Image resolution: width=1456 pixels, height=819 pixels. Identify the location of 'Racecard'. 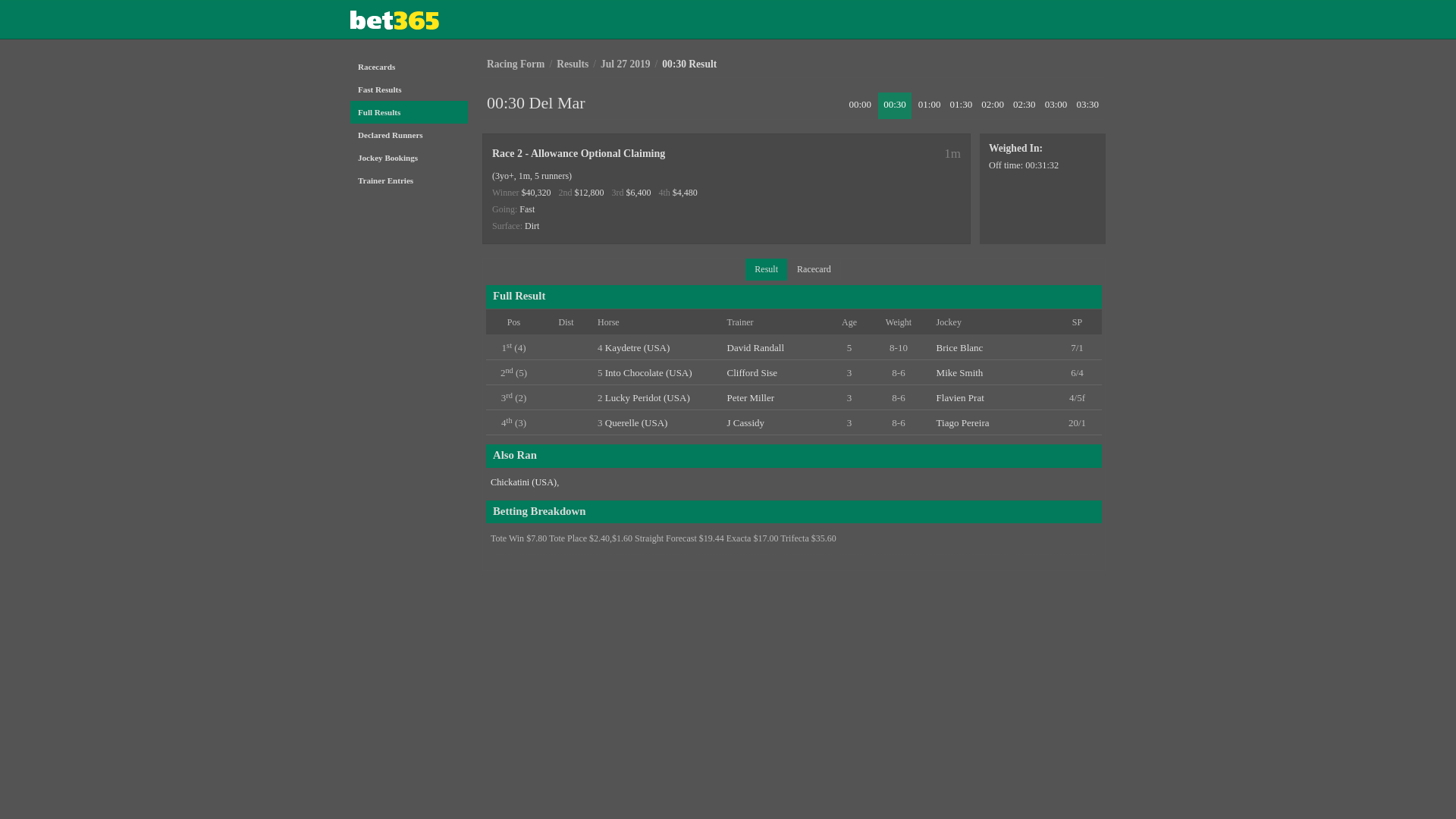
(787, 268).